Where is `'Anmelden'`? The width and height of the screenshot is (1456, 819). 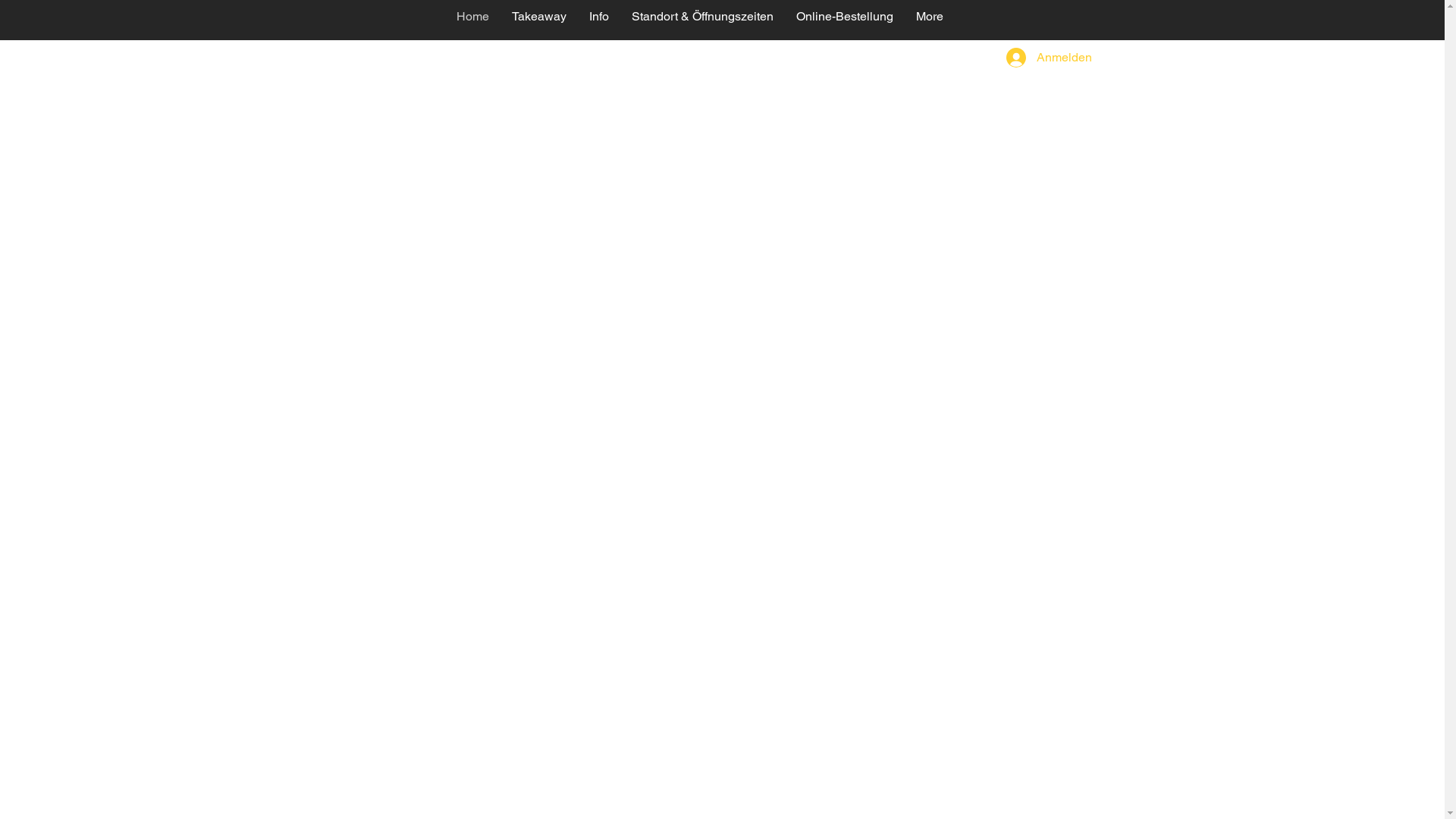 'Anmelden' is located at coordinates (1040, 57).